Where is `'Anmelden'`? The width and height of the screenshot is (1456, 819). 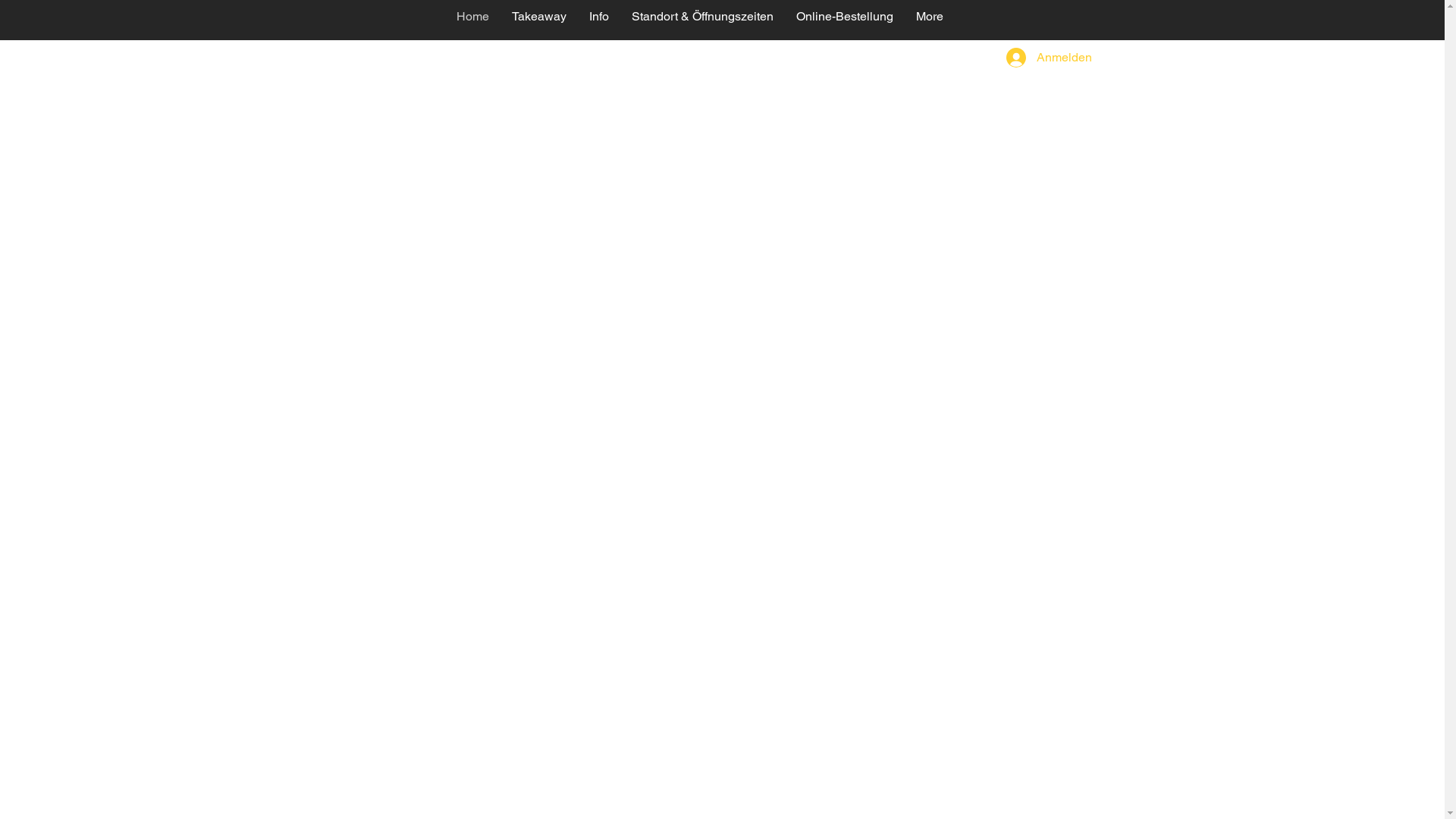 'Anmelden' is located at coordinates (1040, 57).